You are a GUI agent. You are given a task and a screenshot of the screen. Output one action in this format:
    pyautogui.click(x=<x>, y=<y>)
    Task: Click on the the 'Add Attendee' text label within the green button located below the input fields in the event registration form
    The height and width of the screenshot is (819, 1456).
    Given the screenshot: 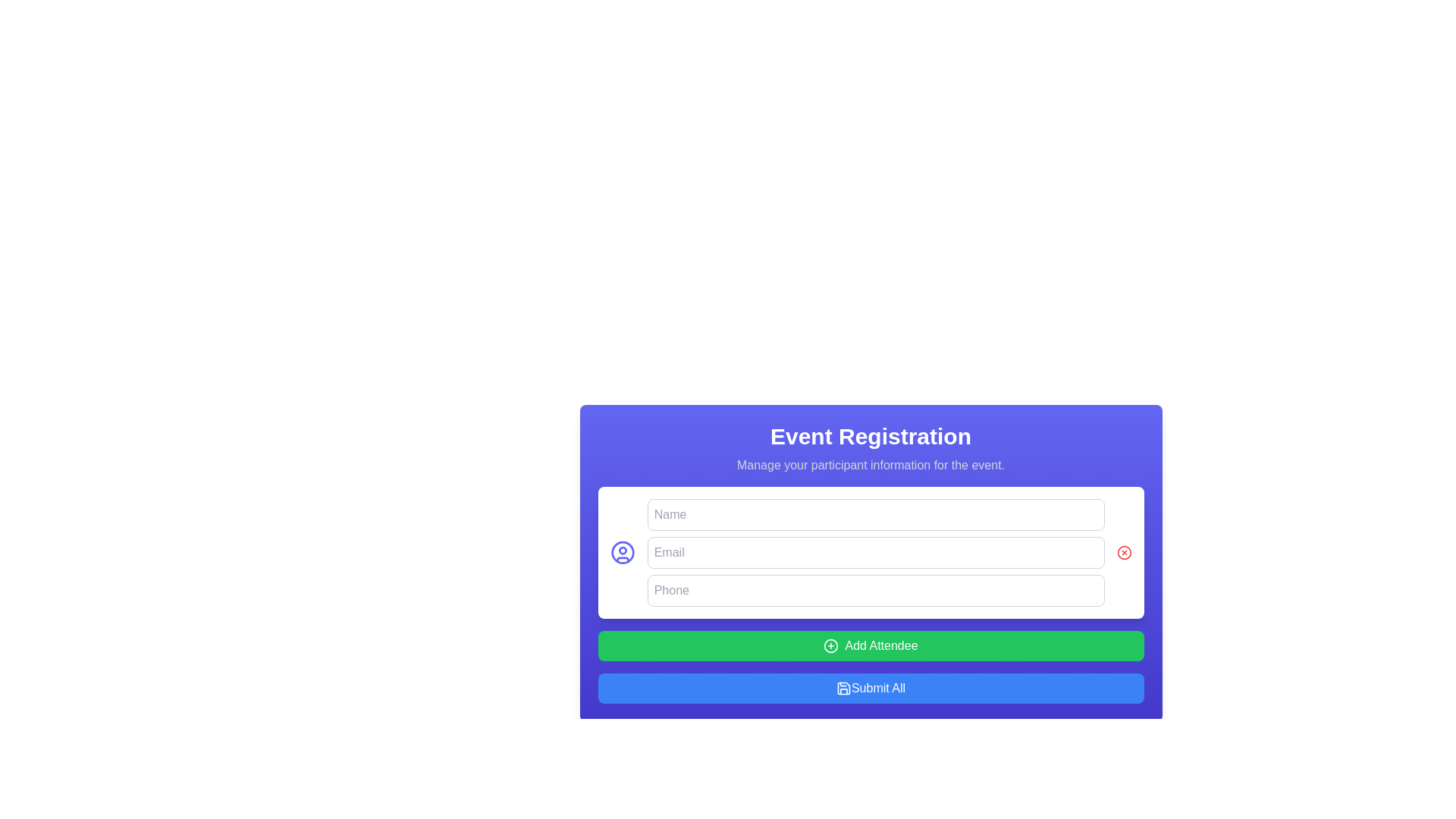 What is the action you would take?
    pyautogui.click(x=881, y=646)
    